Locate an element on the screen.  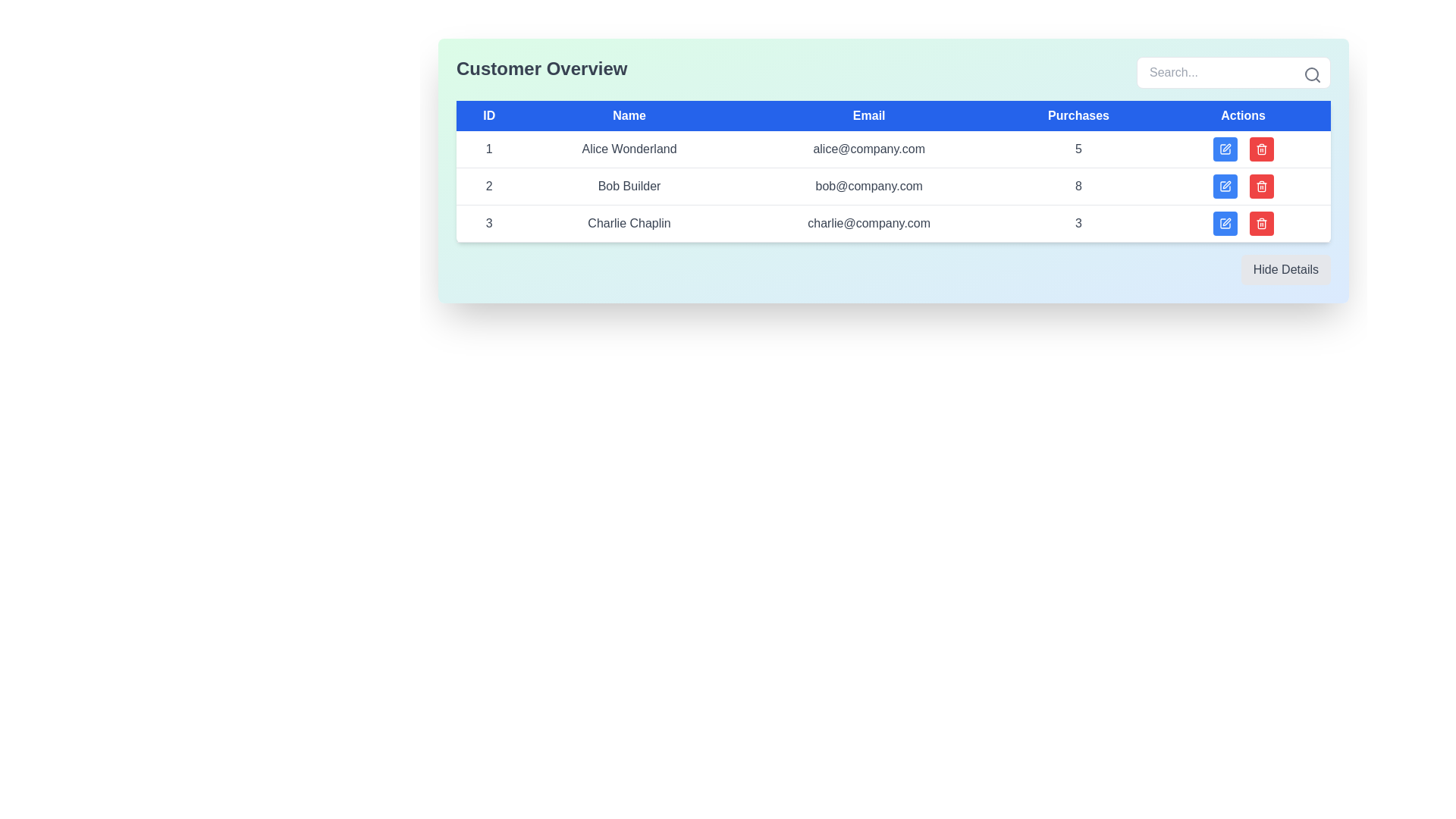
the square blue button with a white pen icon located in the 'Actions' column of the first row of the table is located at coordinates (1225, 149).